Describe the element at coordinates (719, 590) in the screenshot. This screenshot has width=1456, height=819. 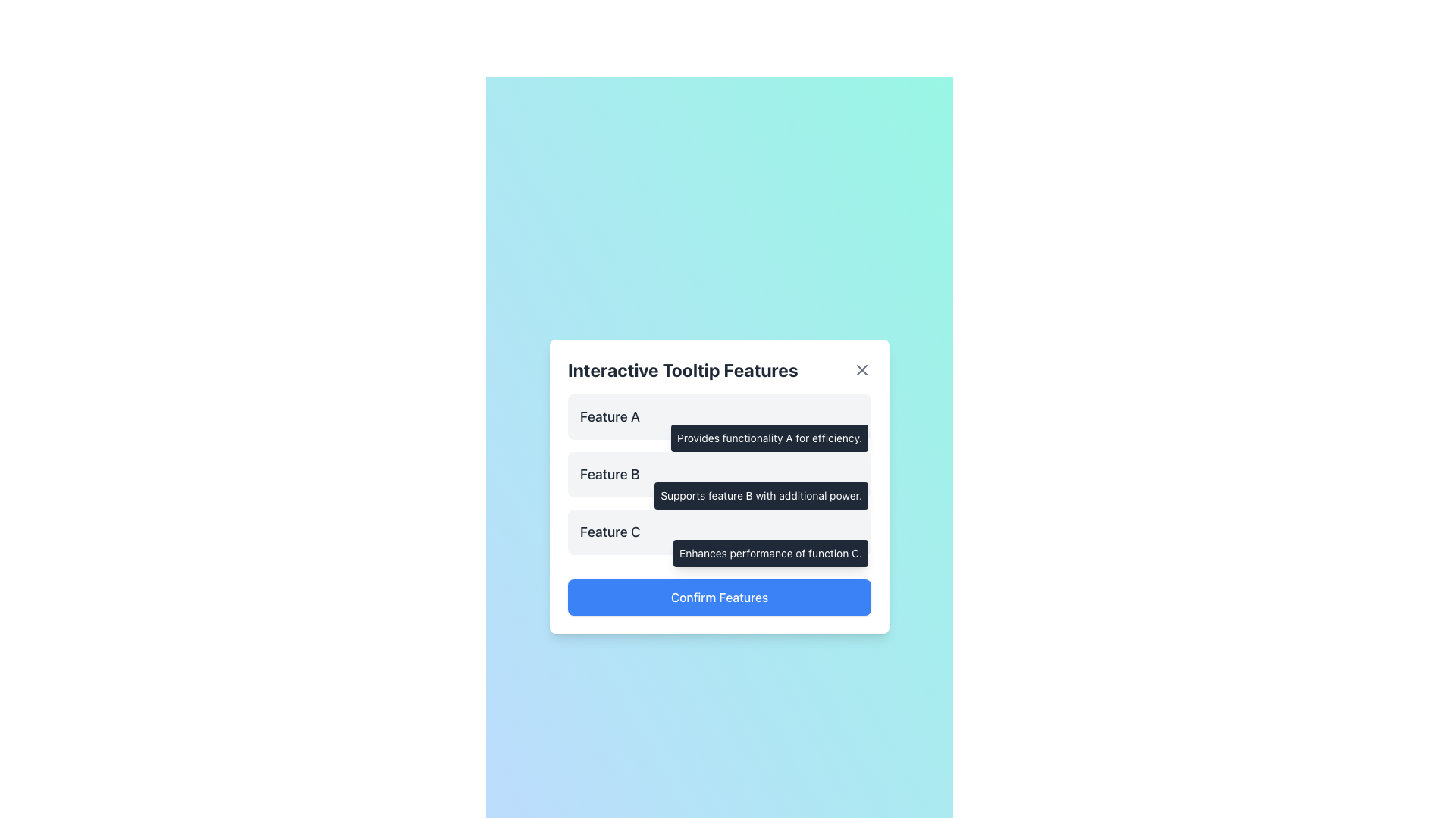
I see `the confirmation button located at the bottom of the 'Interactive Tooltip Features' modal to acknowledge the selected features` at that location.